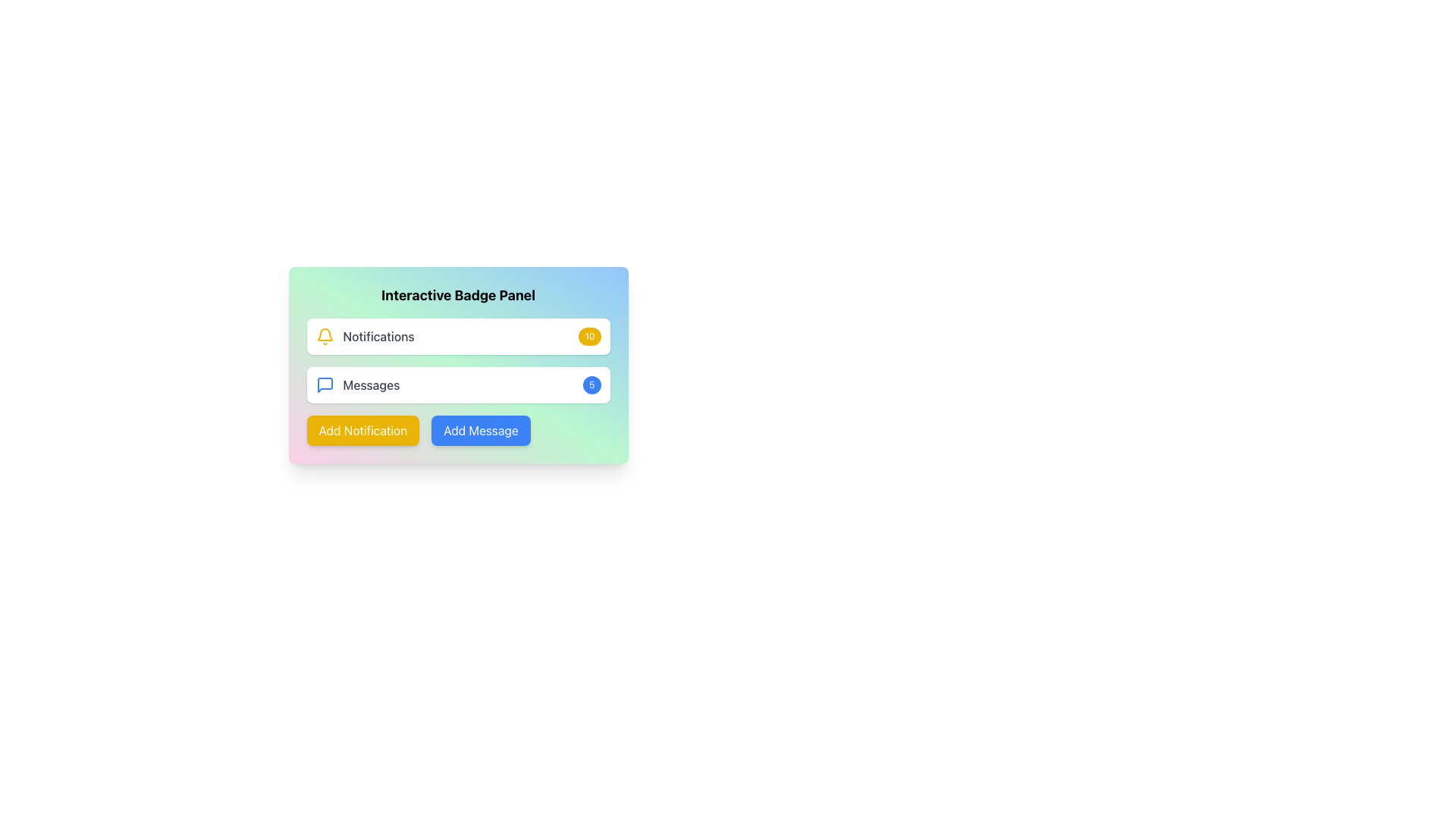 The width and height of the screenshot is (1456, 819). Describe the element at coordinates (591, 384) in the screenshot. I see `the circular blue badge displaying the number '5', located inside the 'Messages' box at the far right of the row` at that location.